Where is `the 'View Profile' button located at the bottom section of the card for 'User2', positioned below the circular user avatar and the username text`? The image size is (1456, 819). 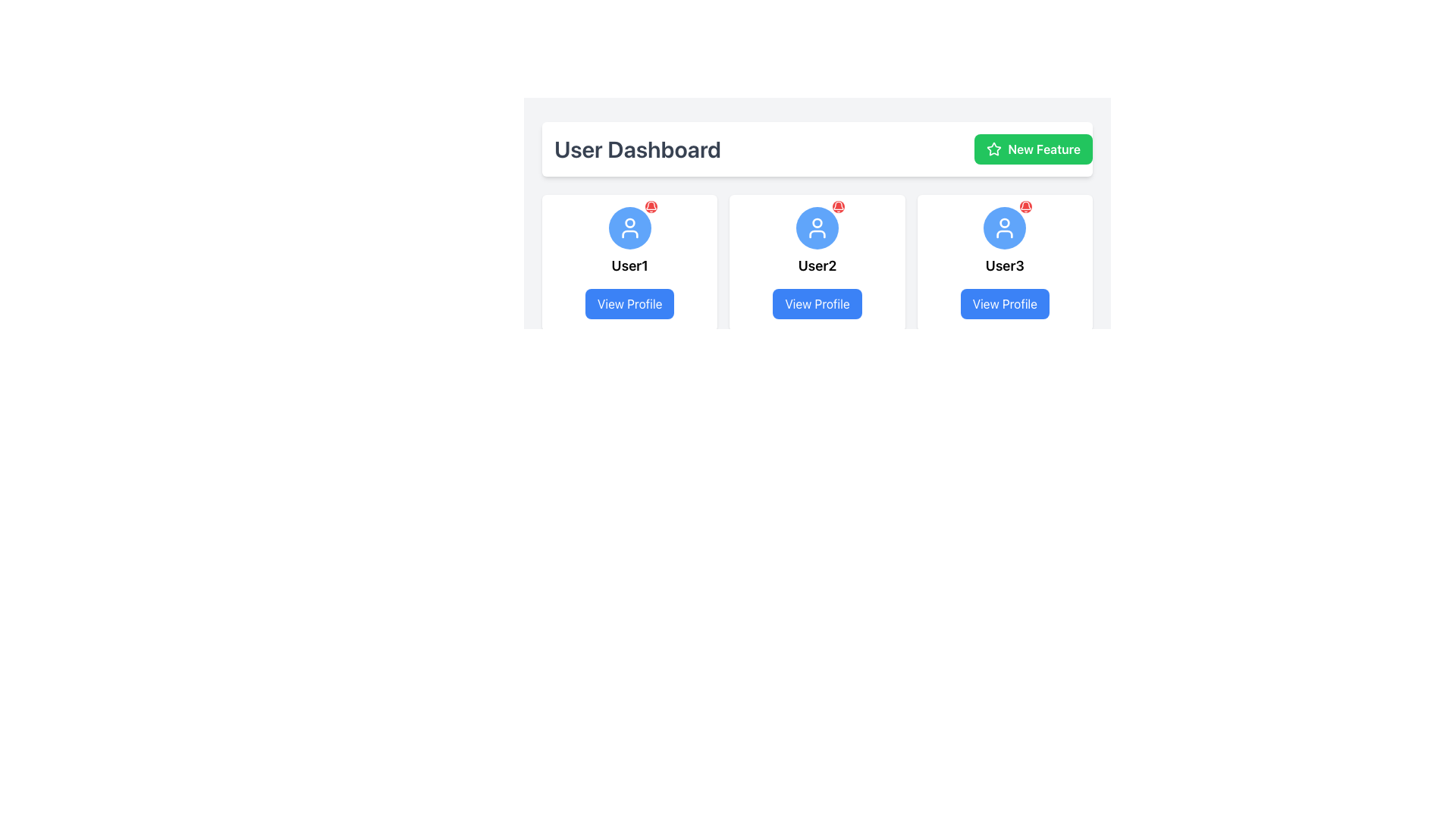
the 'View Profile' button located at the bottom section of the card for 'User2', positioned below the circular user avatar and the username text is located at coordinates (817, 304).